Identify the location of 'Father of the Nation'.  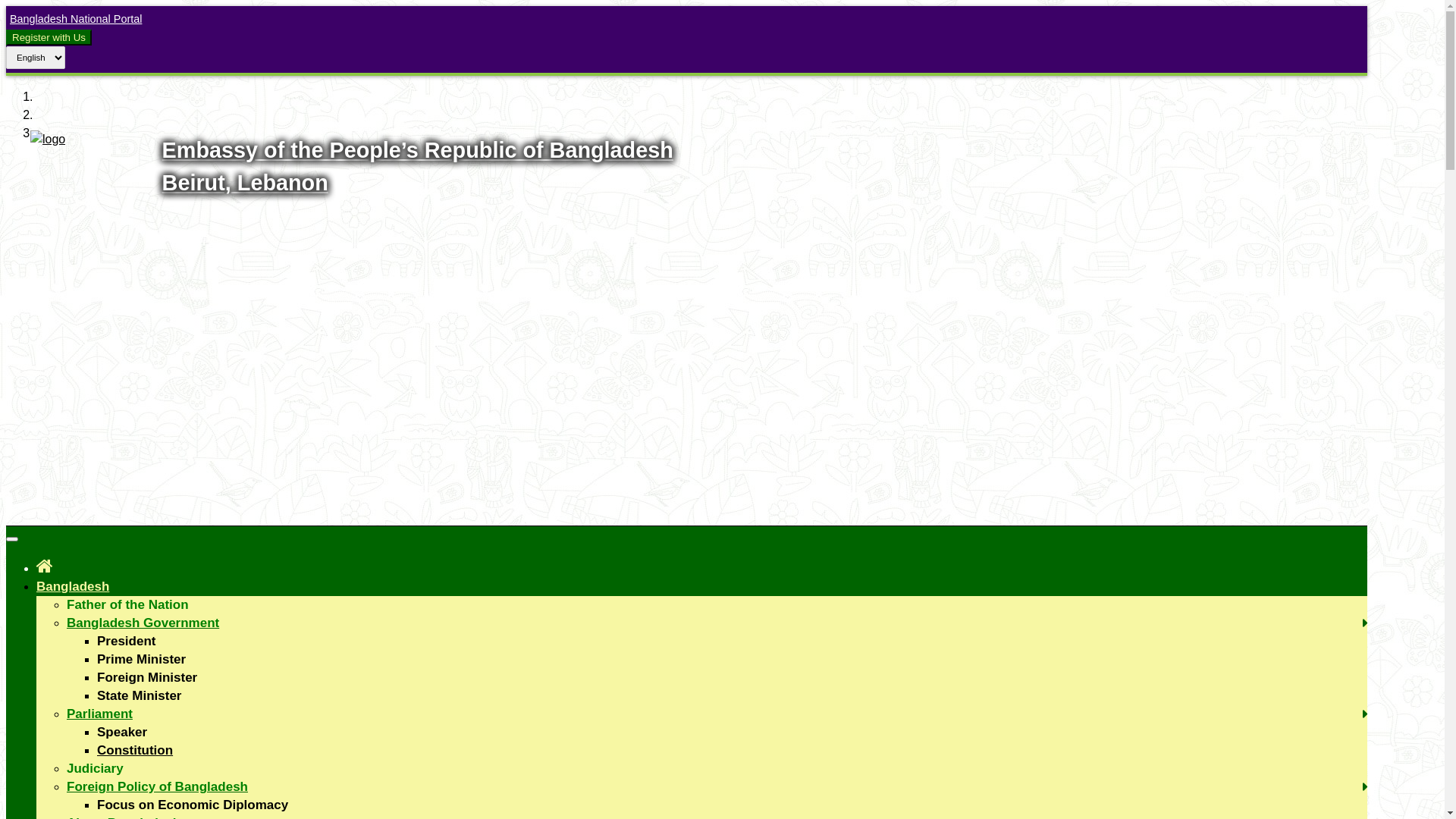
(65, 604).